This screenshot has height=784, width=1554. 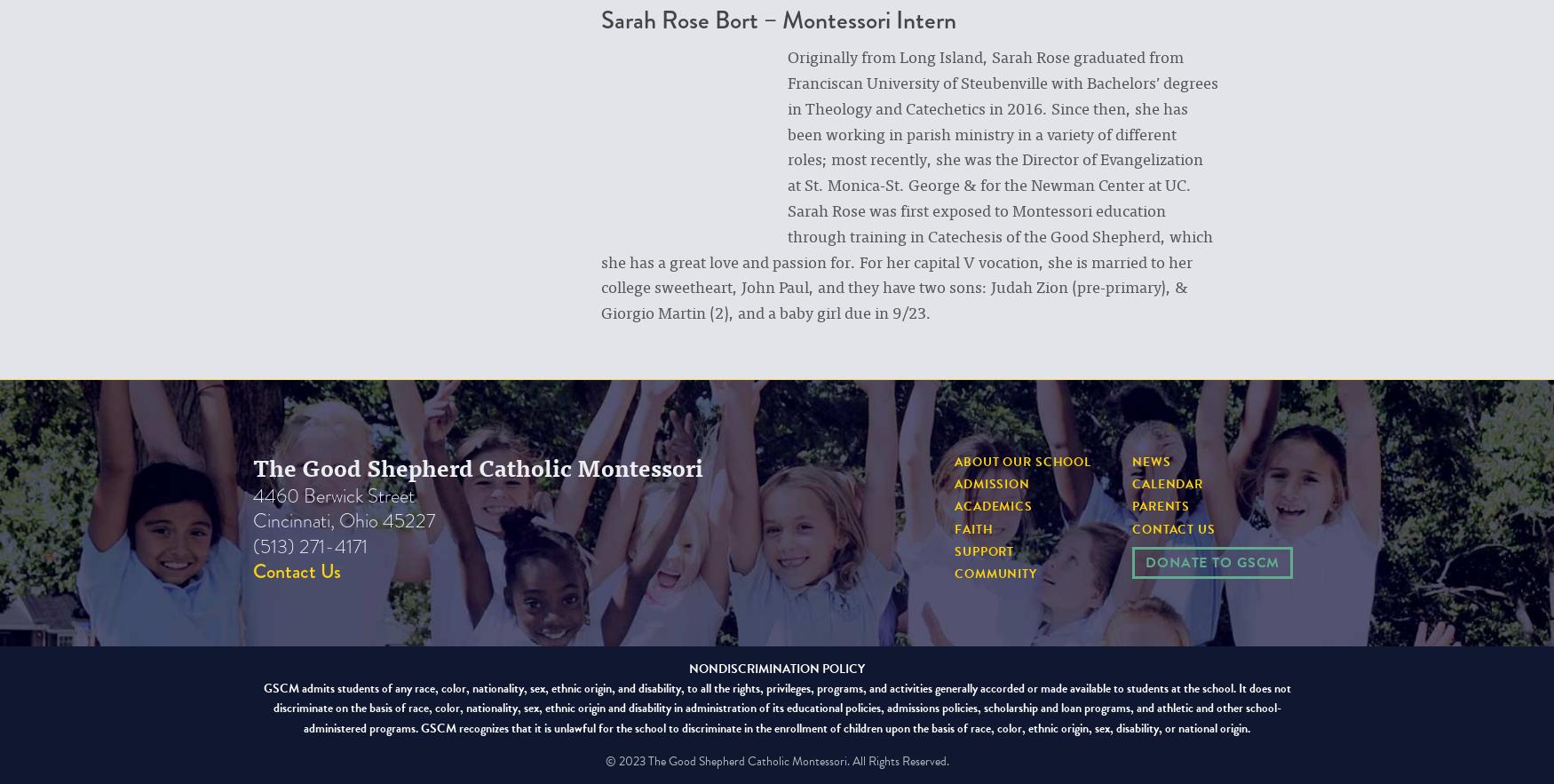 What do you see at coordinates (955, 527) in the screenshot?
I see `'Faith'` at bounding box center [955, 527].